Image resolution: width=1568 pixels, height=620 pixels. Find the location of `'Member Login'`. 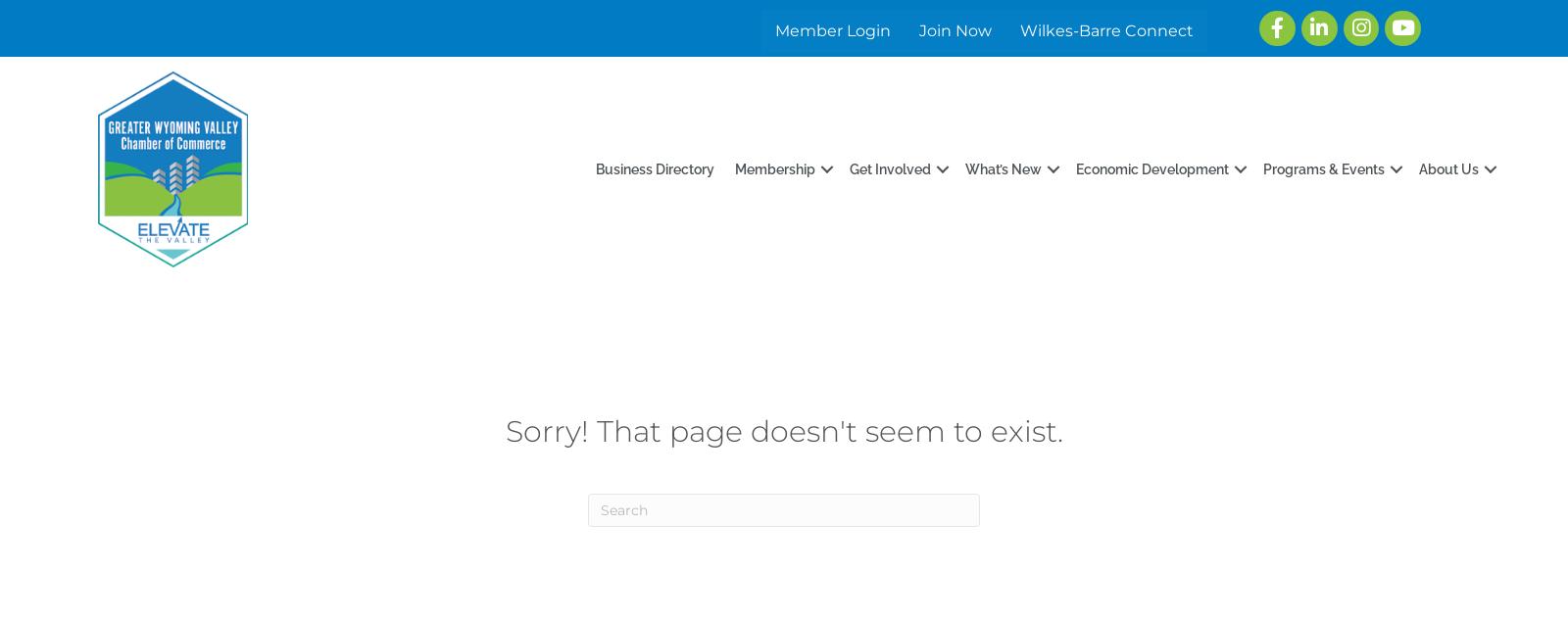

'Member Login' is located at coordinates (831, 29).